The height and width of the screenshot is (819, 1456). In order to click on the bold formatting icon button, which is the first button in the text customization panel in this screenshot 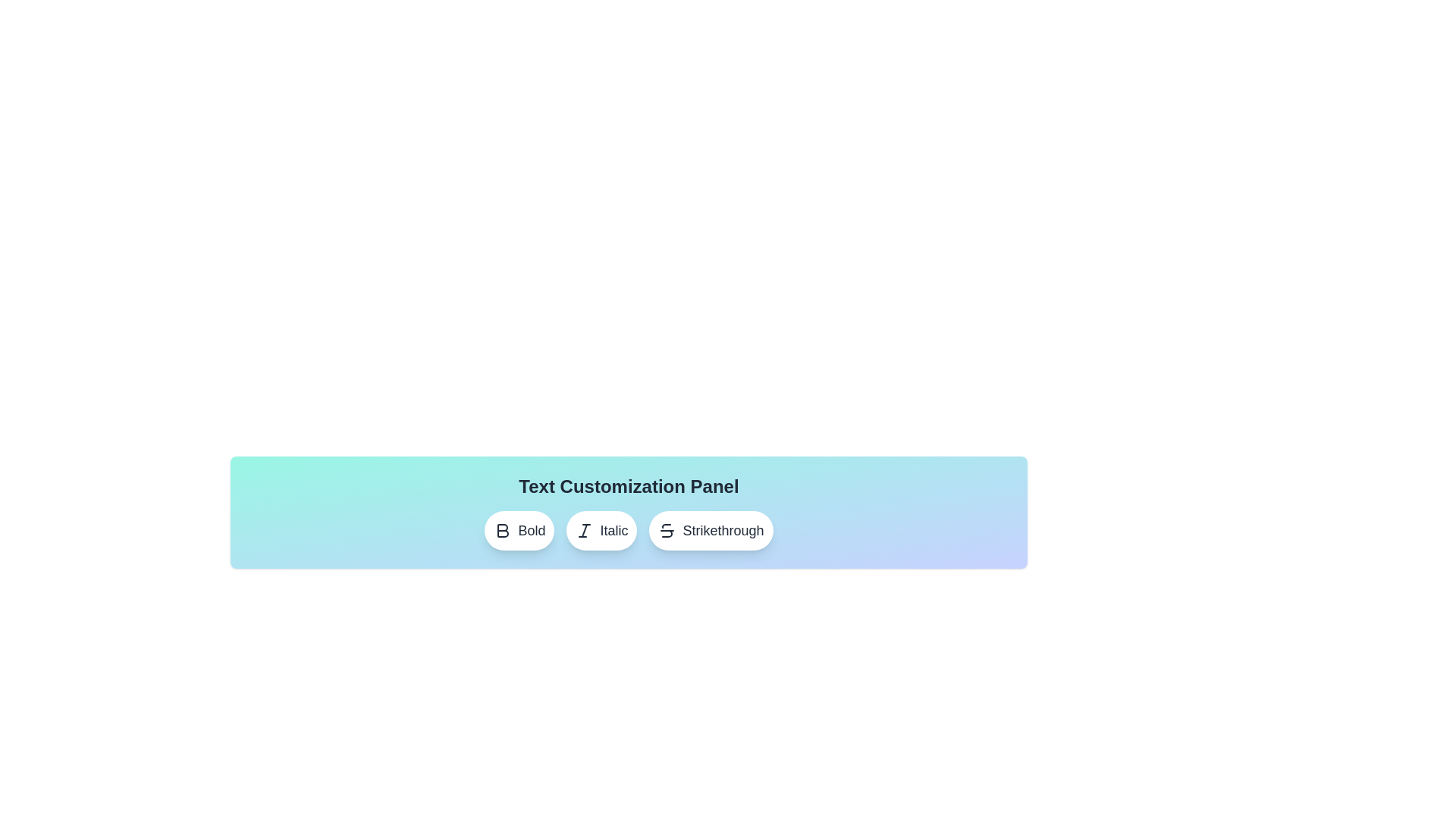, I will do `click(503, 529)`.